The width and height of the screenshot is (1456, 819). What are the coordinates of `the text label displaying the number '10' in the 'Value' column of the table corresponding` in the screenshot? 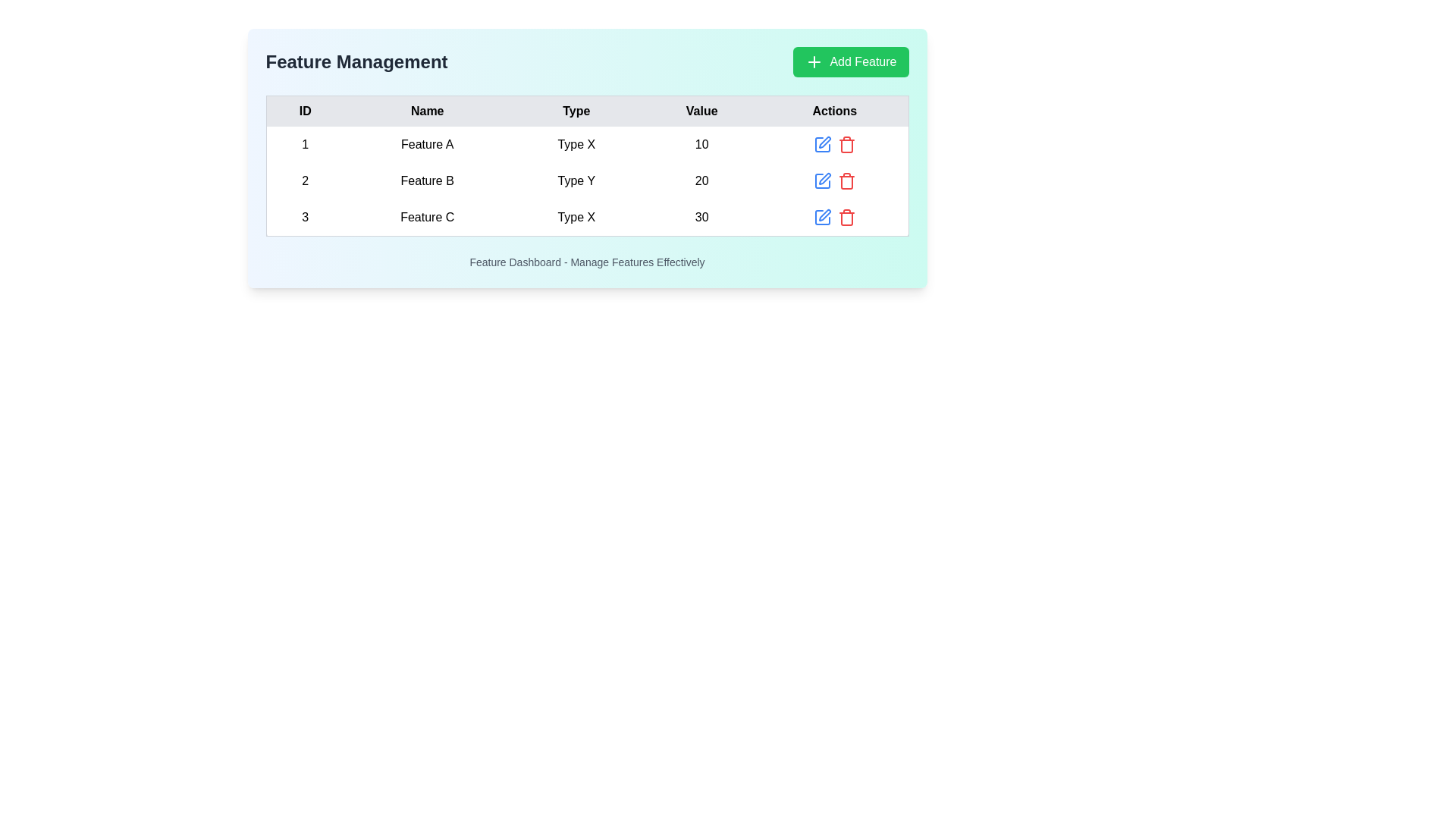 It's located at (701, 145).